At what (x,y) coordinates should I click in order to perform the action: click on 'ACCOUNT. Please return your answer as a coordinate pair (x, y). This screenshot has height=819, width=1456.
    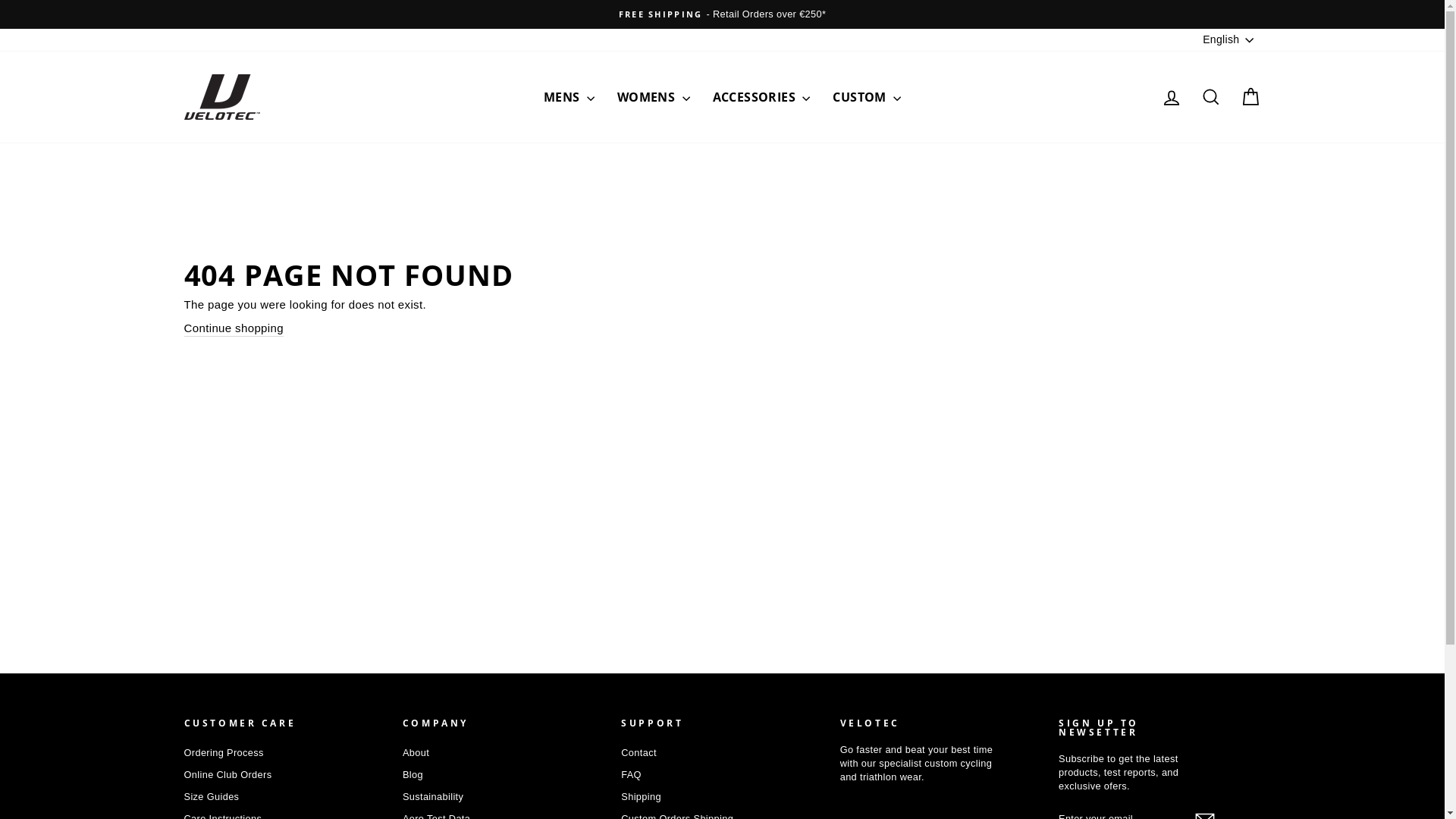
    Looking at the image, I should click on (1170, 96).